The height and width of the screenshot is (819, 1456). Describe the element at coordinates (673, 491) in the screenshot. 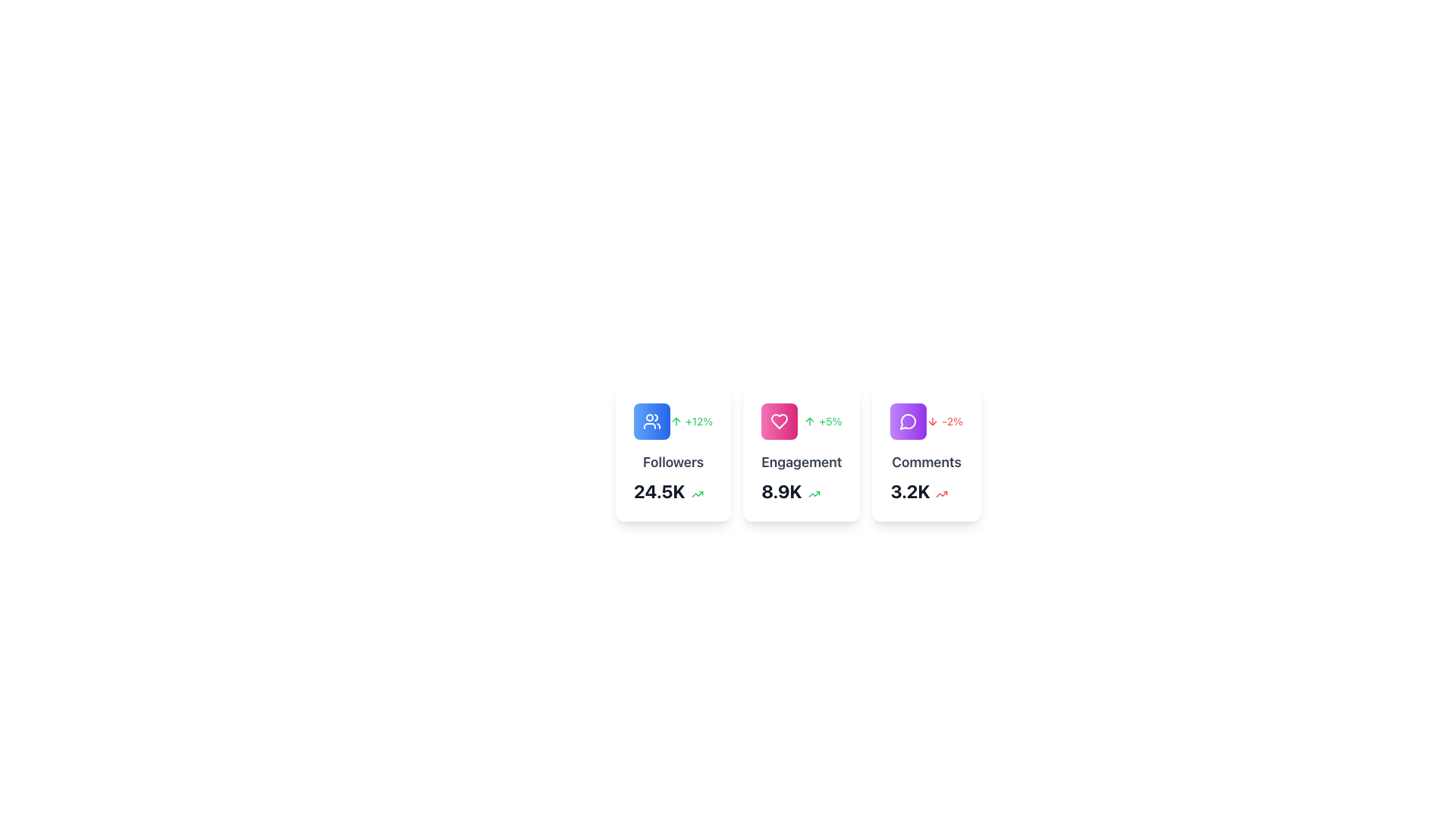

I see `the '24.5K' followers metric text with a green arrow indicating an increasing trend, located within the 'Followers' card` at that location.